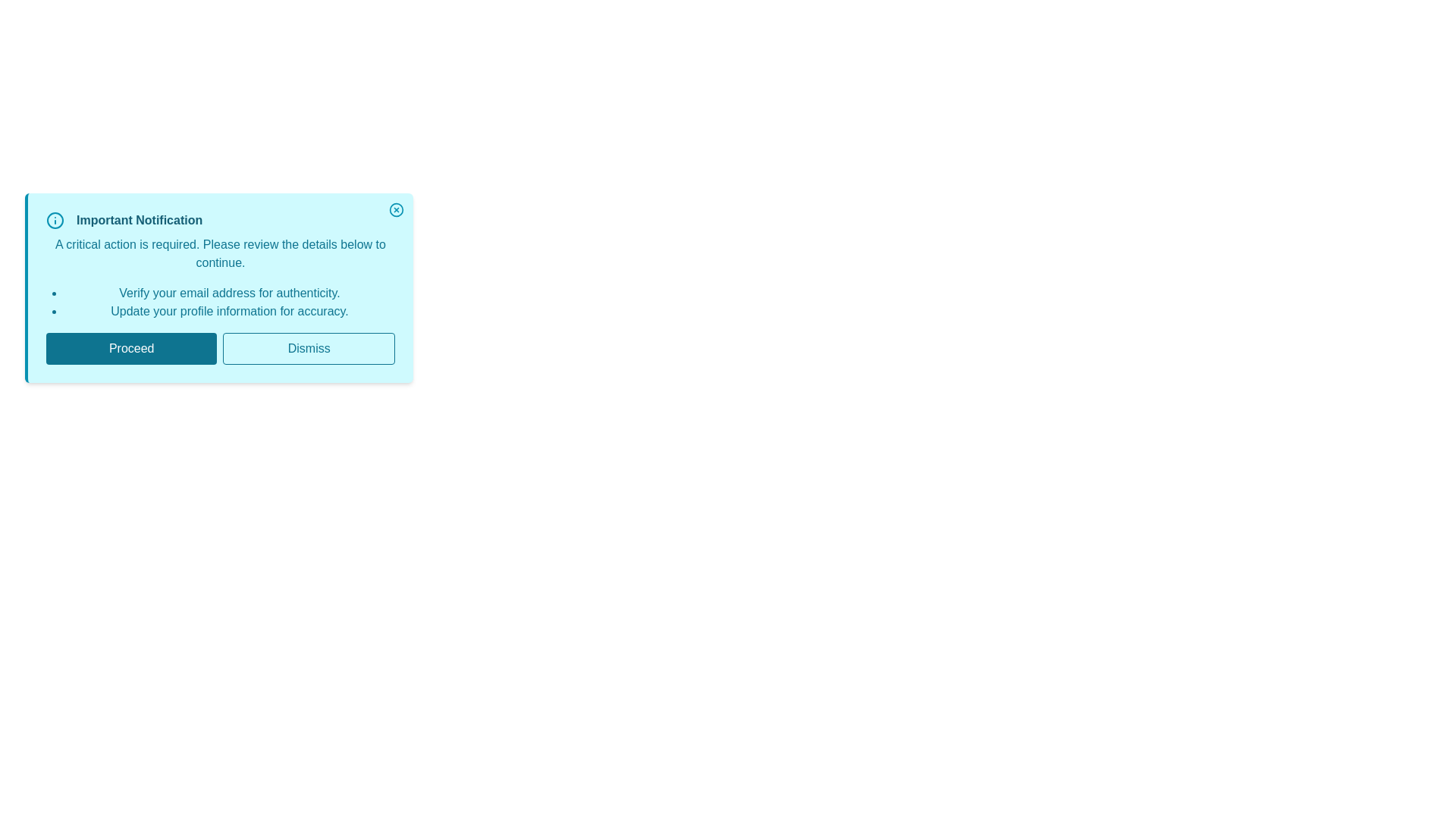 This screenshot has height=819, width=1456. I want to click on the close button to dismiss the notification, so click(397, 210).